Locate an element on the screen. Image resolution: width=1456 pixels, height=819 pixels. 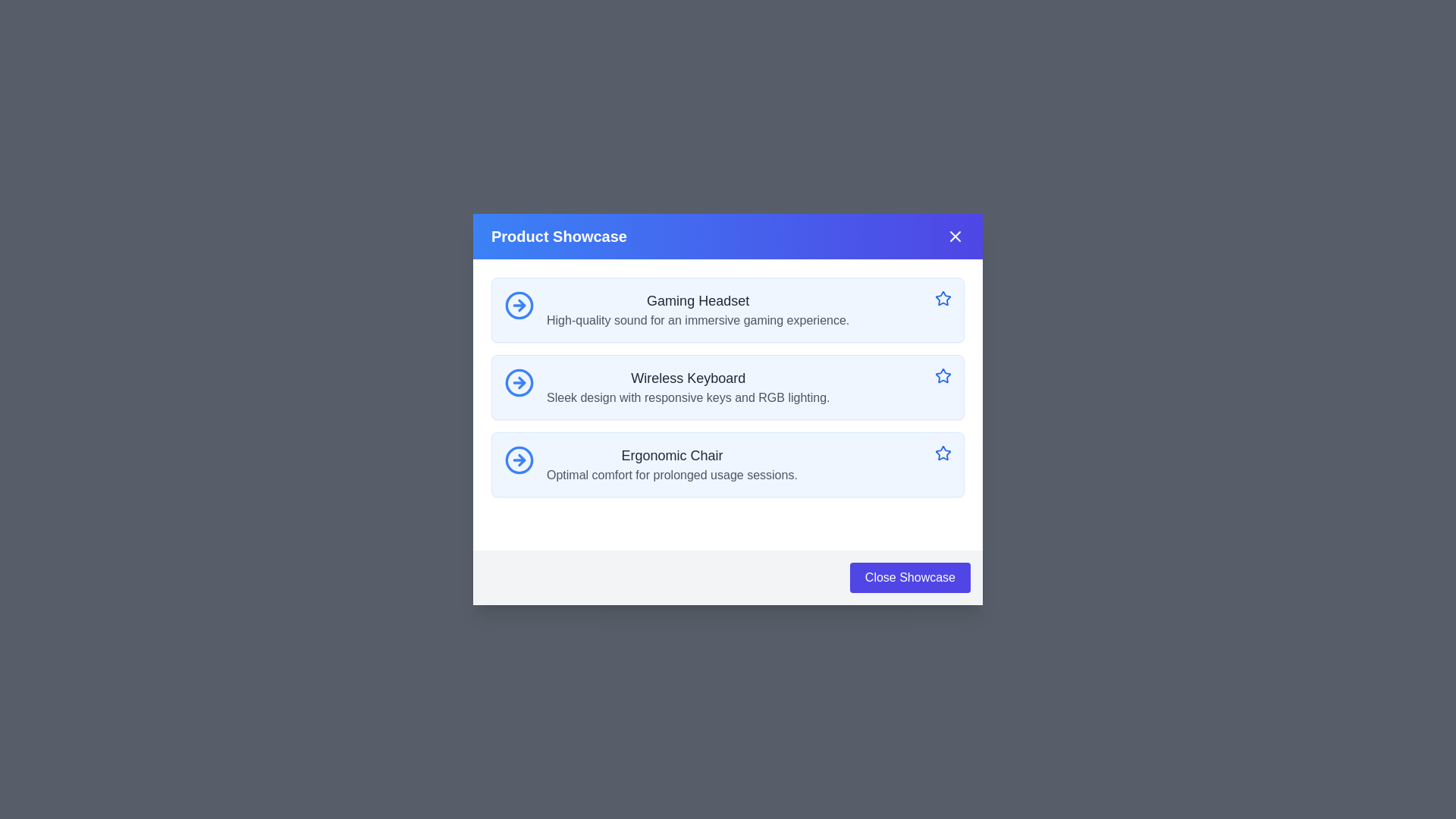
the star icon button with a blue outline located at the right side of the 'Wireless Keyboard' item is located at coordinates (942, 375).